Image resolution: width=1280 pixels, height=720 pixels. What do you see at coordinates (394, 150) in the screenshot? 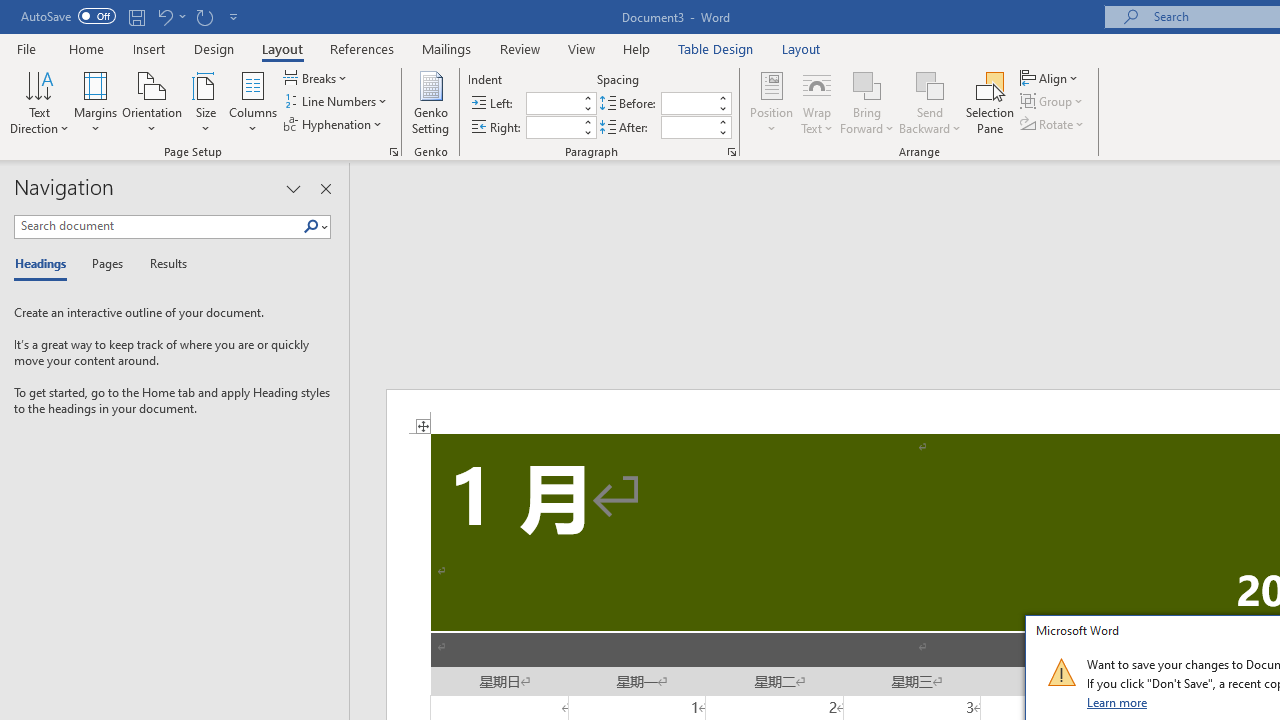
I see `'Page Setup...'` at bounding box center [394, 150].